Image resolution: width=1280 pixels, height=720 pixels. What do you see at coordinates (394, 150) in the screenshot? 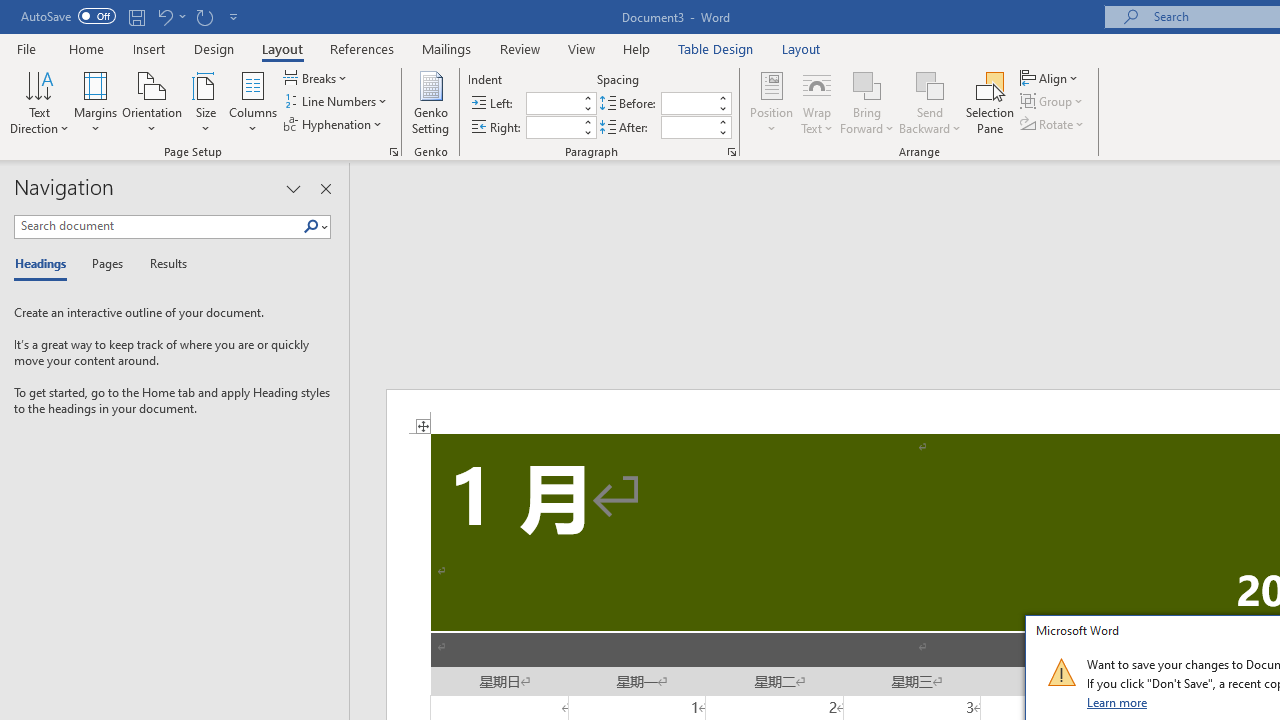
I see `'Page Setup...'` at bounding box center [394, 150].